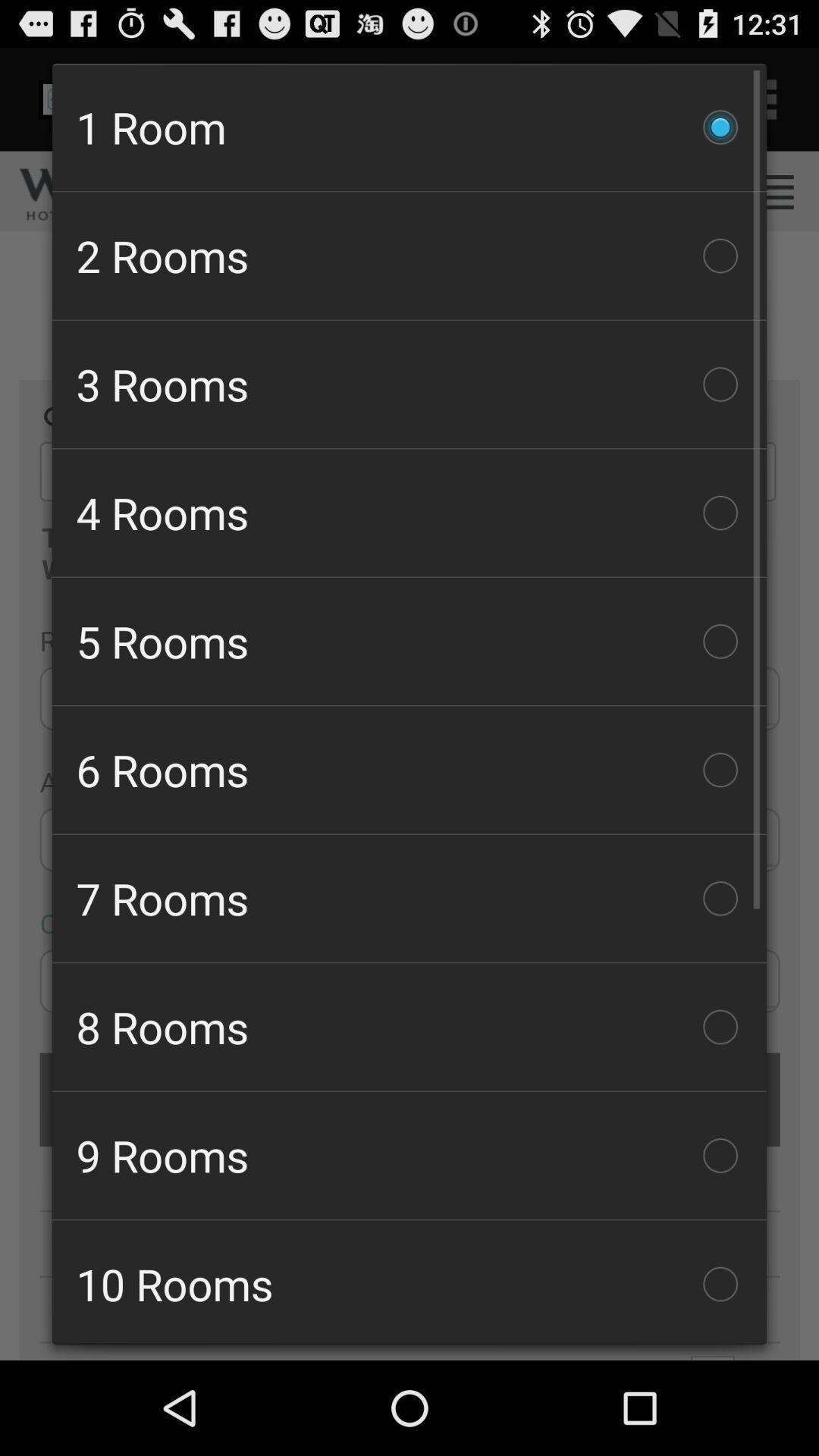 This screenshot has height=1456, width=819. I want to click on checkbox above the 9 rooms item, so click(409, 1027).